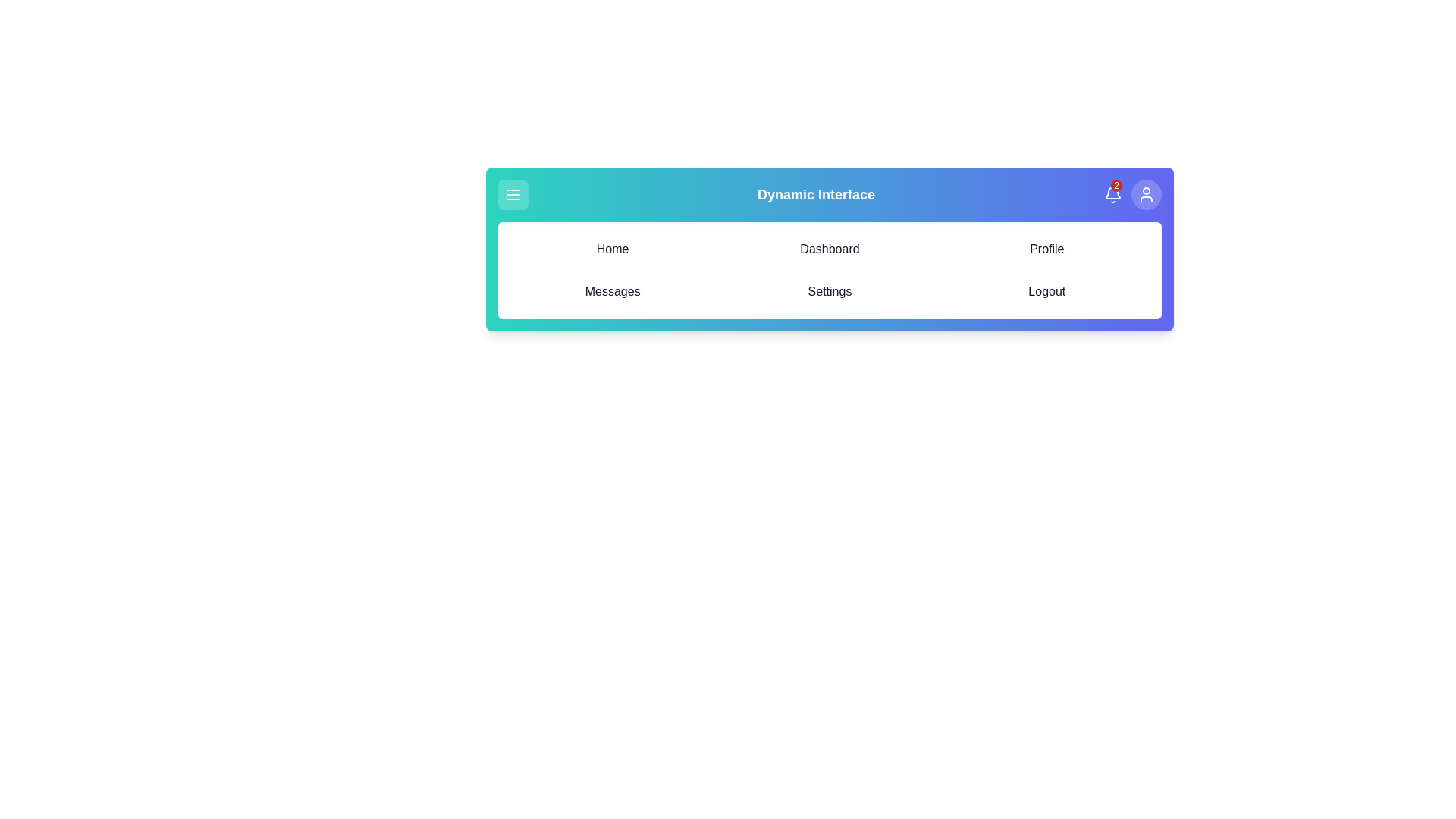  What do you see at coordinates (1046, 248) in the screenshot?
I see `the navigation item Profile from the menu` at bounding box center [1046, 248].